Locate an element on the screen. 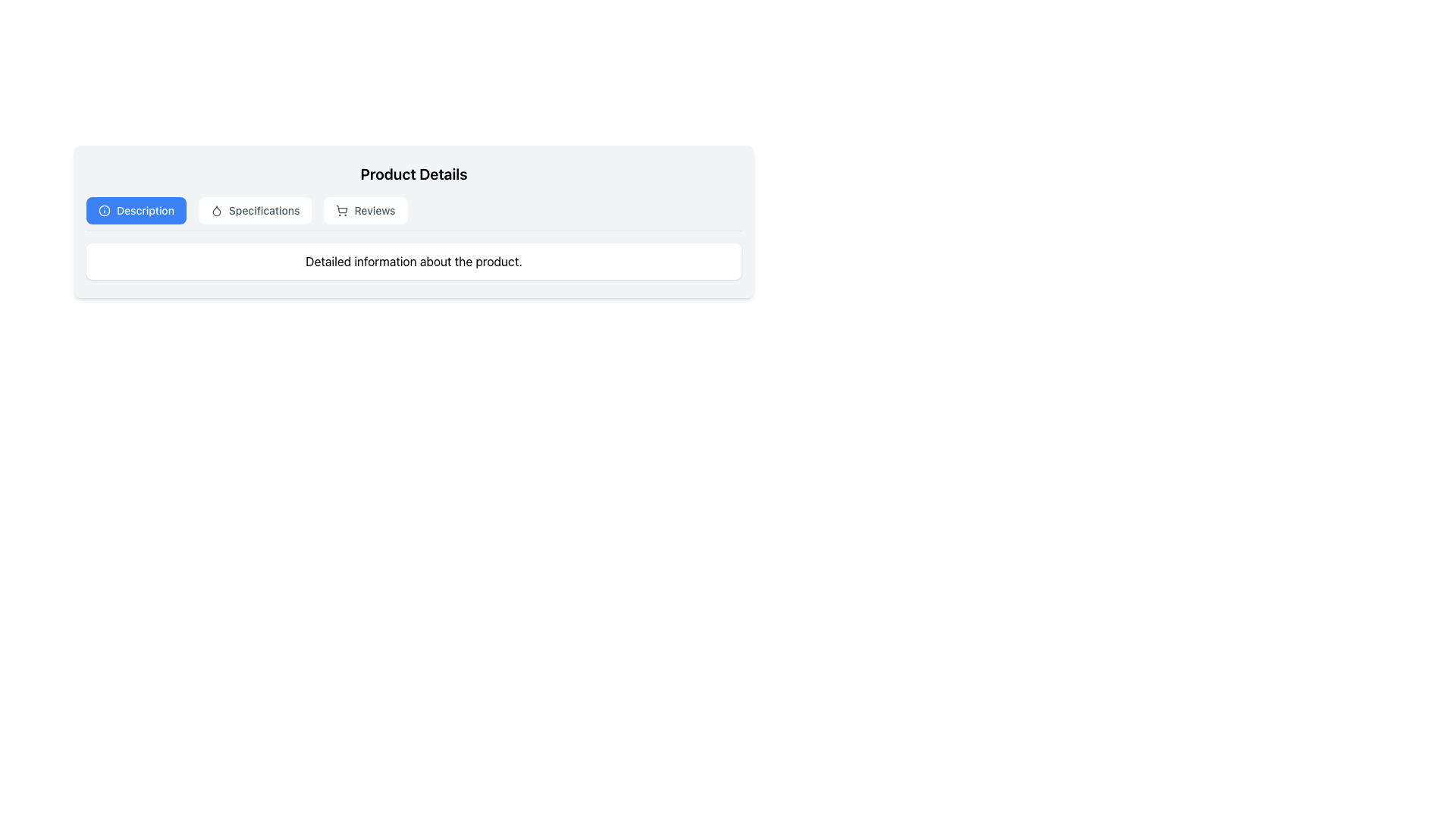  text label indicating the section related to product reviews, which is positioned to the immediate right of the cart icon in the upper middle area of the navigation bar is located at coordinates (375, 210).